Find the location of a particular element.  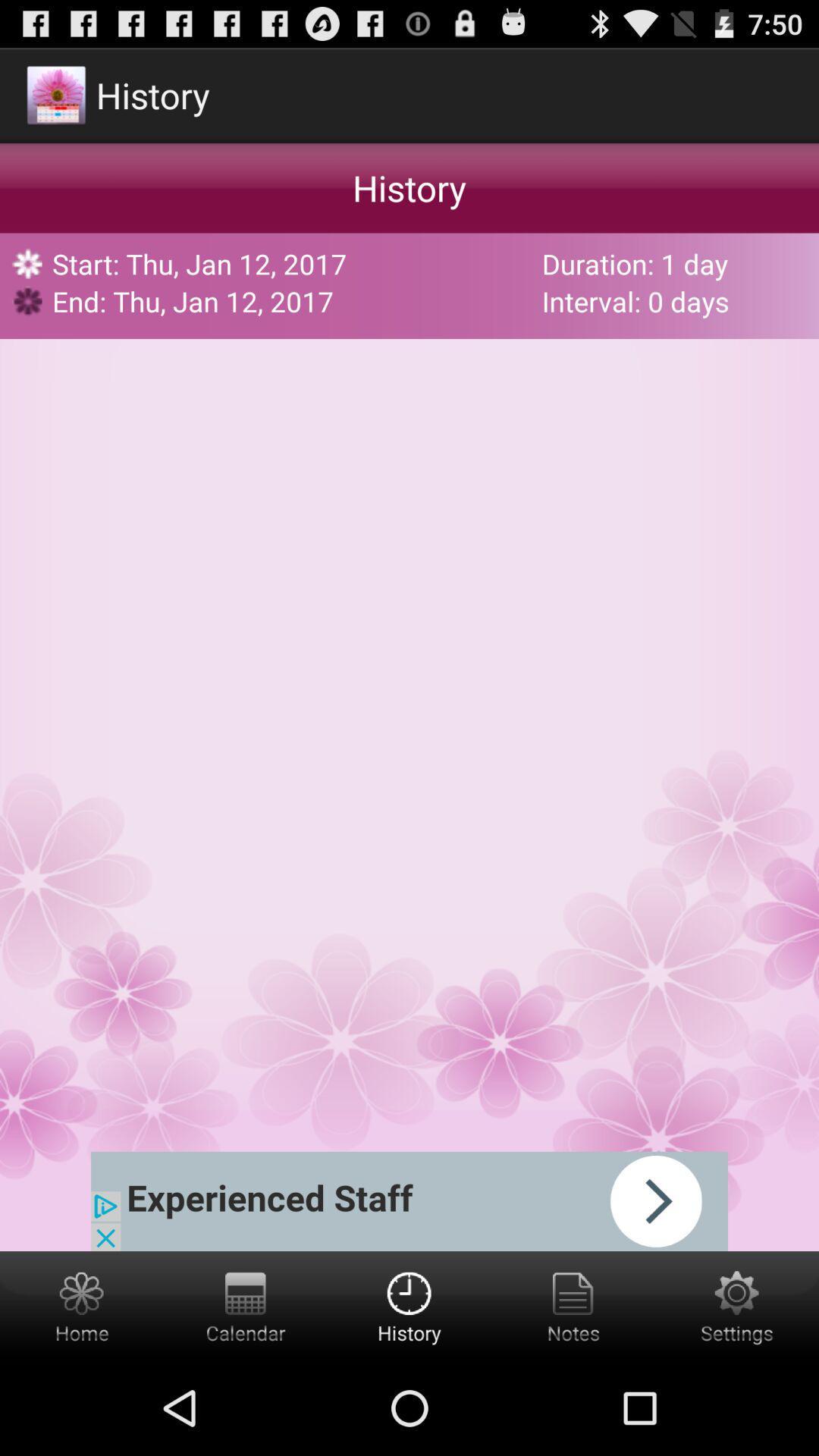

to note daily notes is located at coordinates (573, 1305).